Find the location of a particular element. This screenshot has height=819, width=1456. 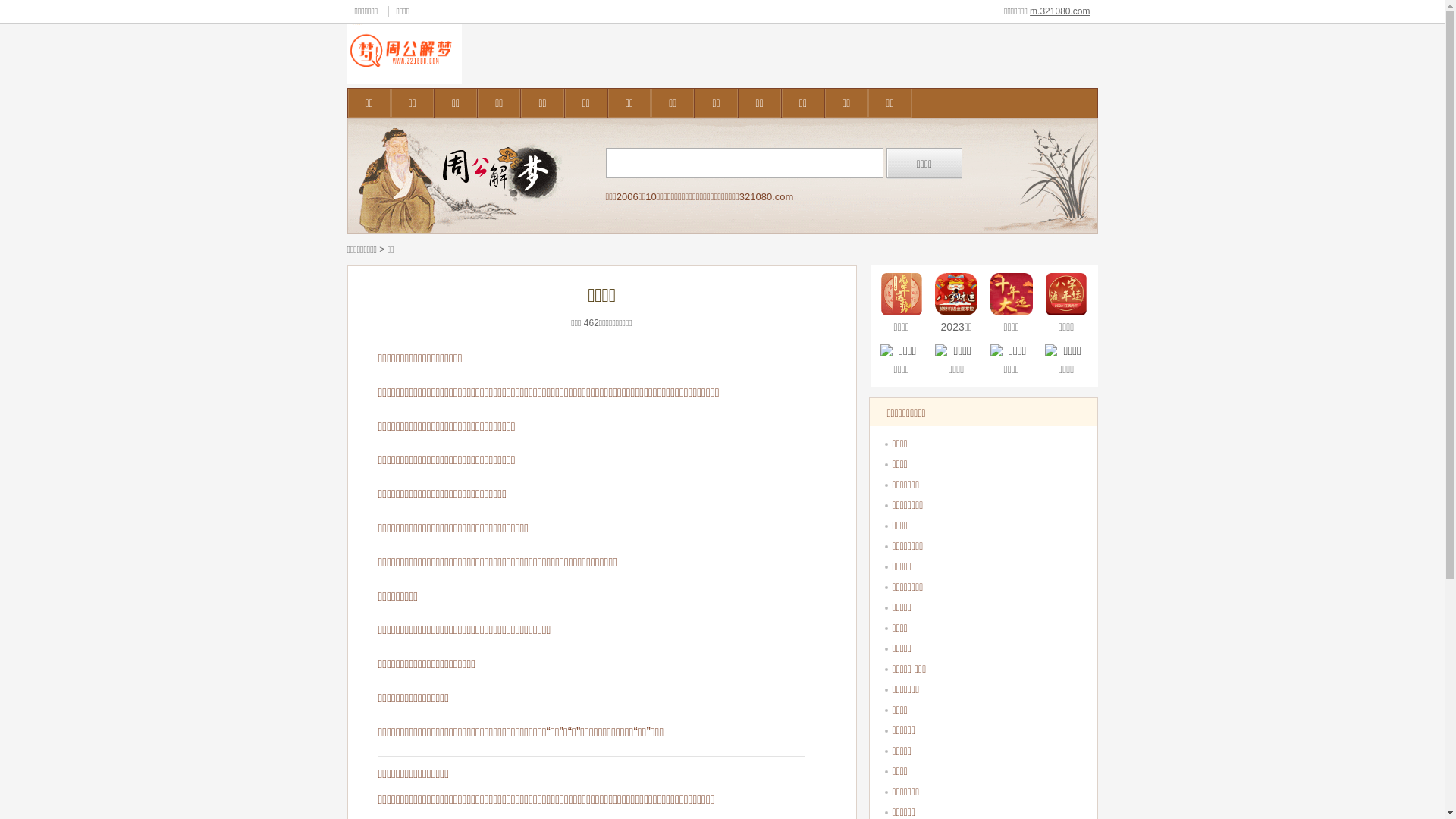

'm.321080.com' is located at coordinates (1059, 11).